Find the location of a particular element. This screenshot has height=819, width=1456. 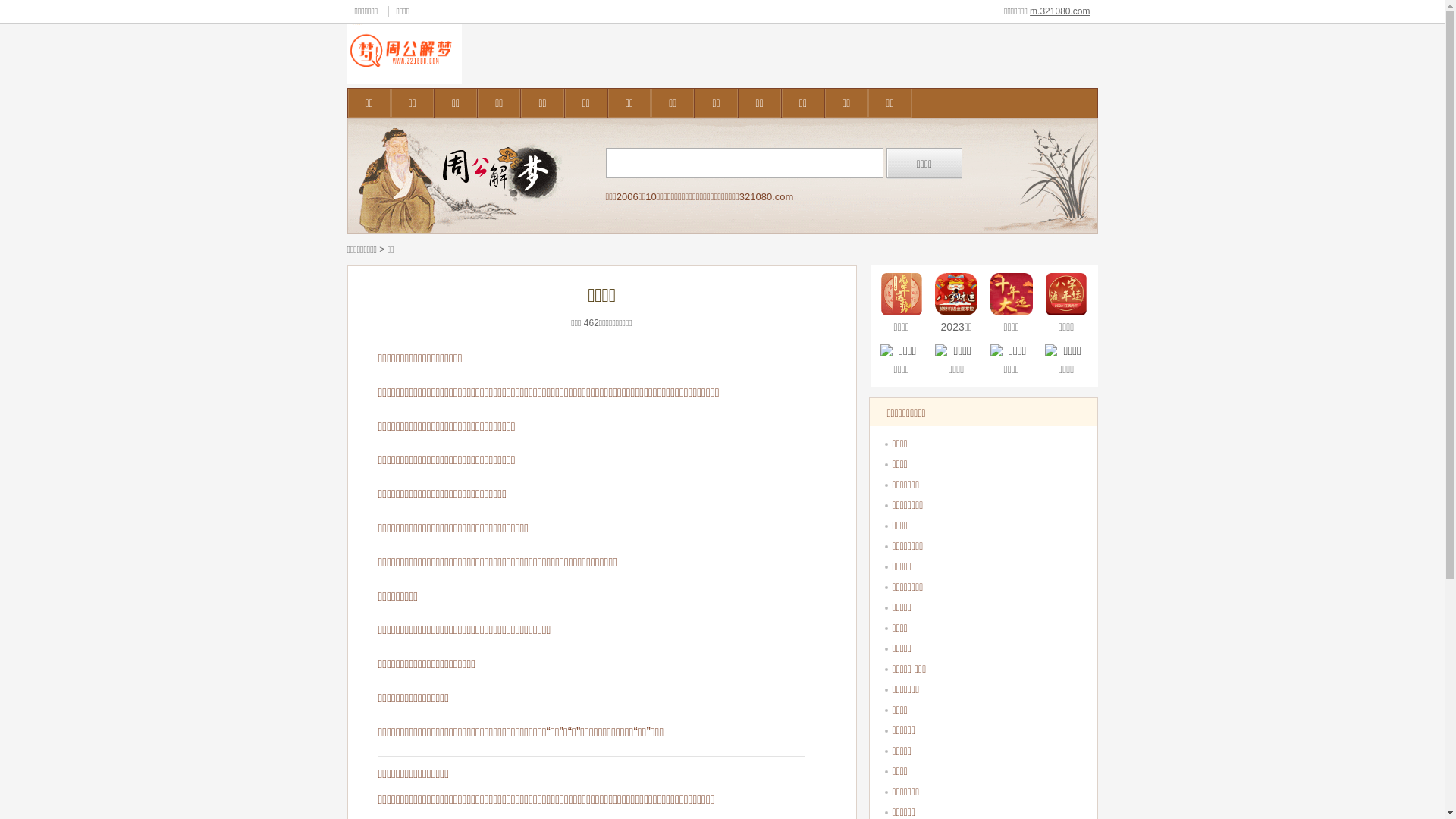

'm.321080.com' is located at coordinates (1059, 11).